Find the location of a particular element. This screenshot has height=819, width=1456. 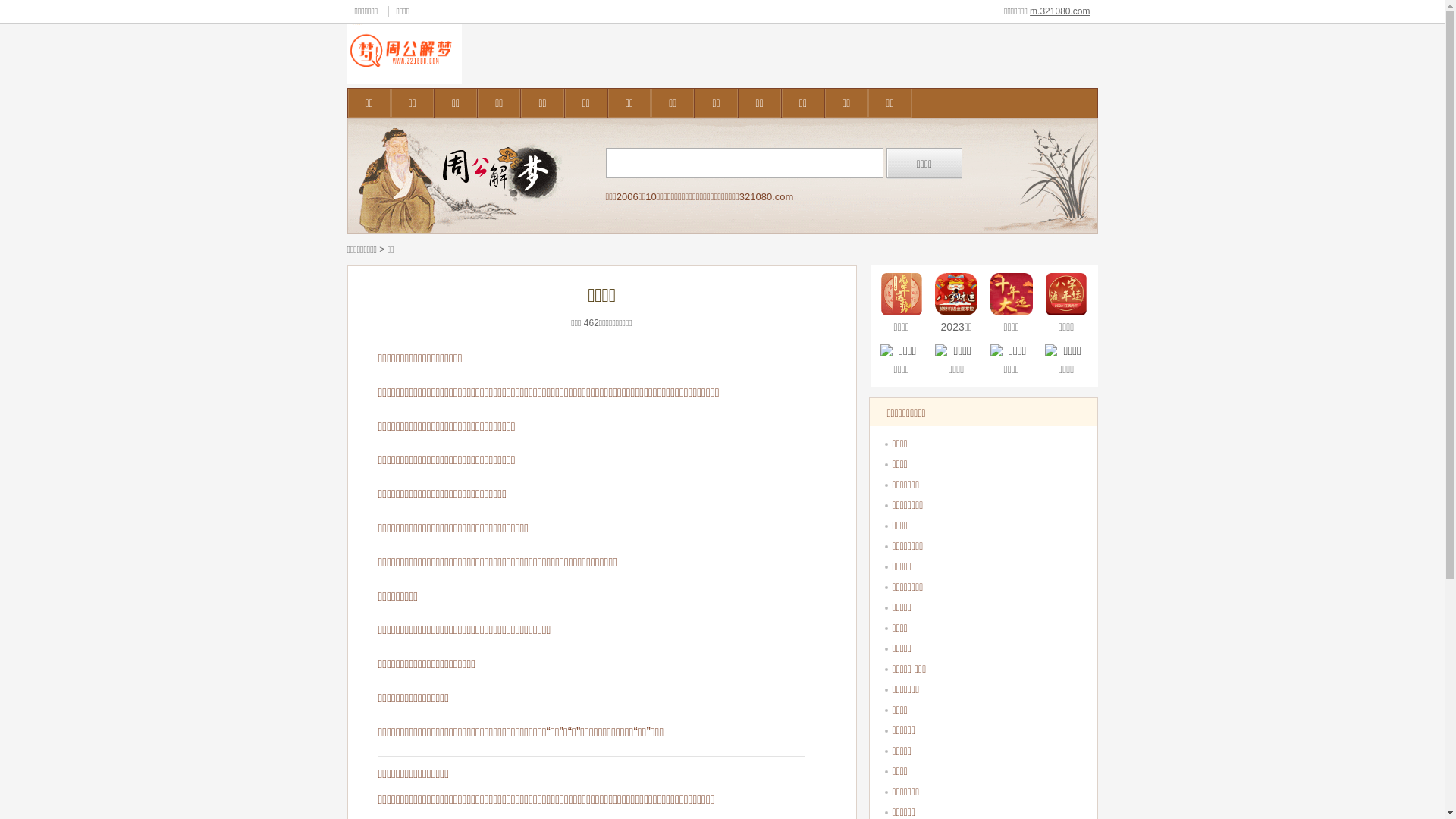

'm.321080.com' is located at coordinates (1059, 11).